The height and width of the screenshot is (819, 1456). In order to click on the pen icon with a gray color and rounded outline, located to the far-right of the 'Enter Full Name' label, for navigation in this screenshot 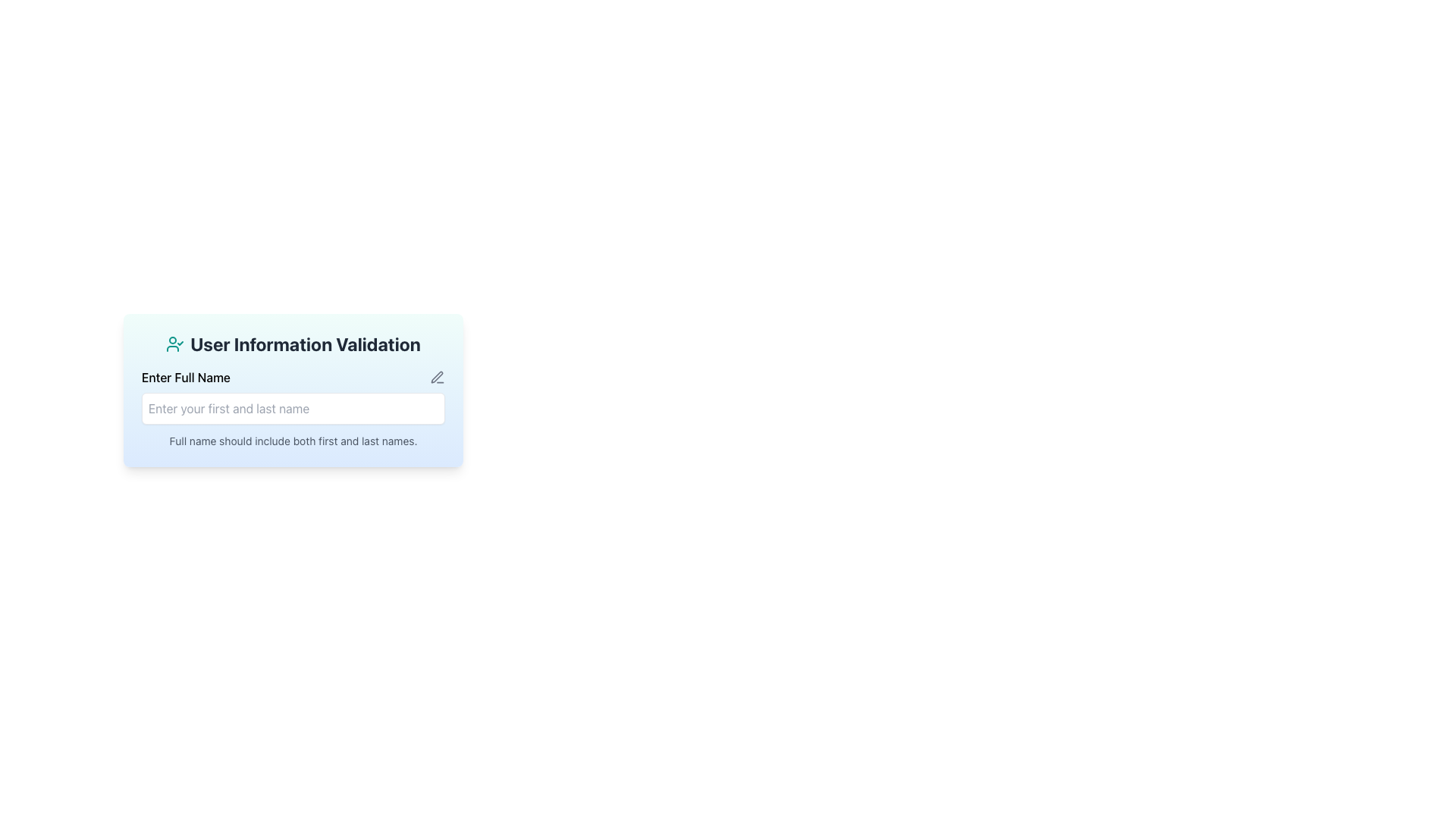, I will do `click(436, 376)`.